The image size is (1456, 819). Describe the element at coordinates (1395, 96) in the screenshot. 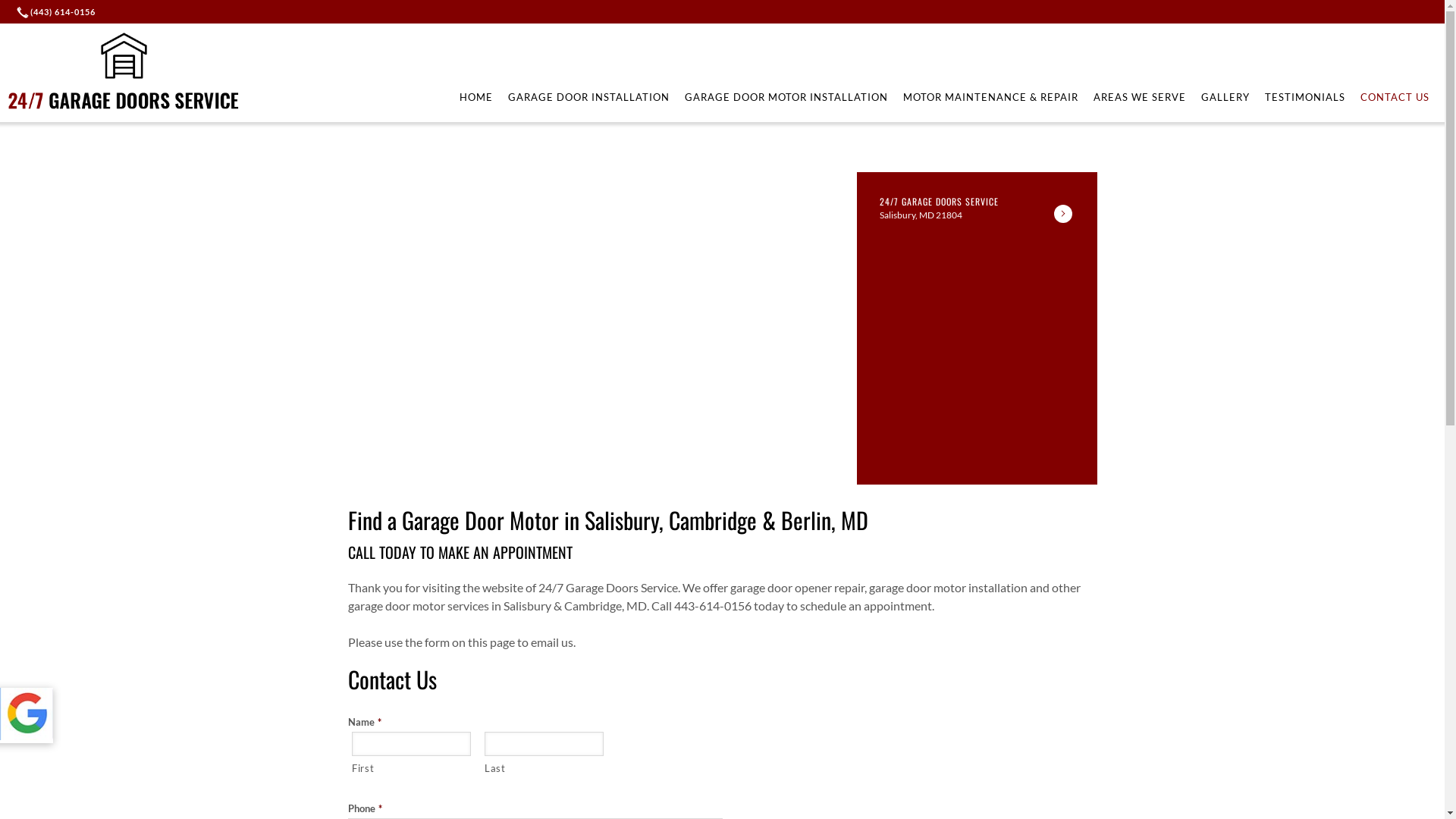

I see `'CONTACT US'` at that location.